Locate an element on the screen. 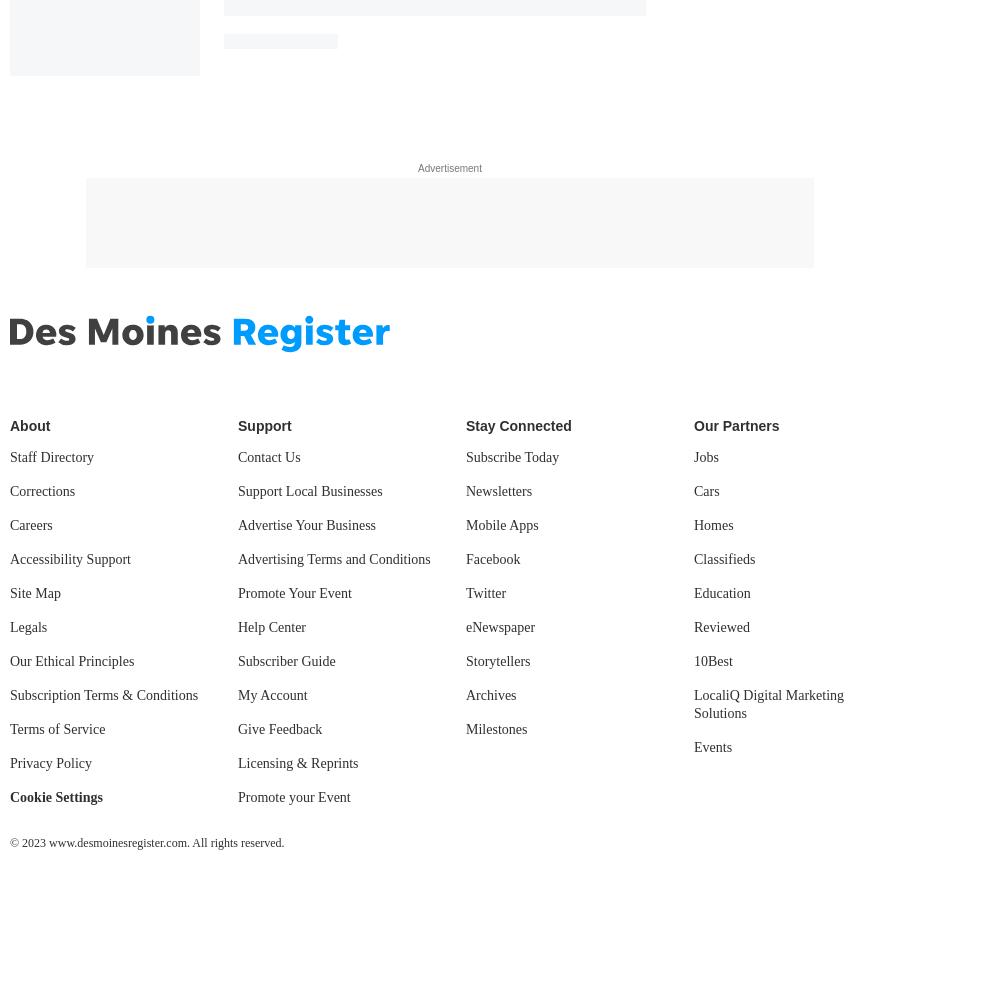  'Cookie Settings' is located at coordinates (10, 795).